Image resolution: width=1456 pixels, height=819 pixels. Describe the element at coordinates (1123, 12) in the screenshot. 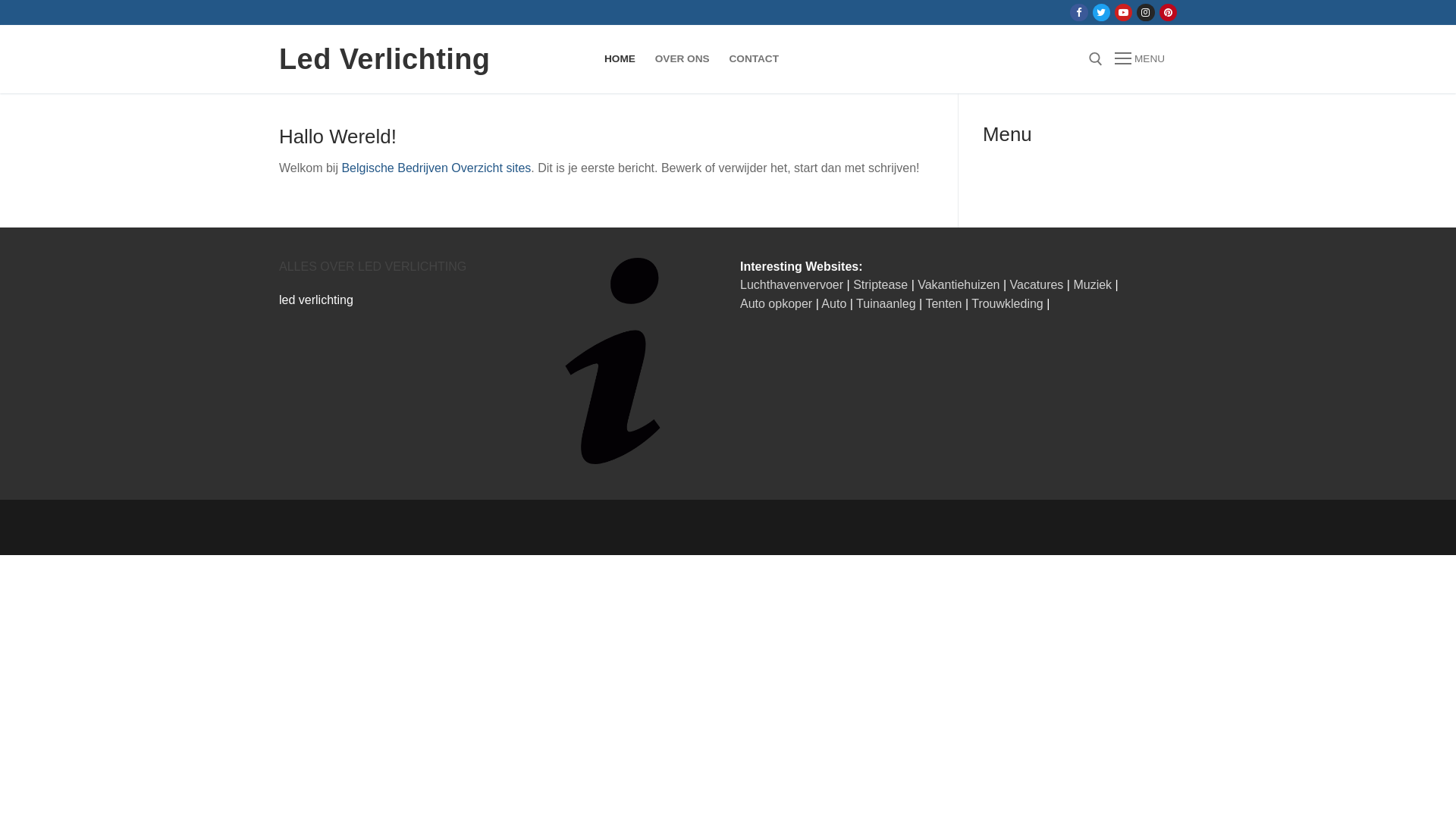

I see `'Youtube'` at that location.